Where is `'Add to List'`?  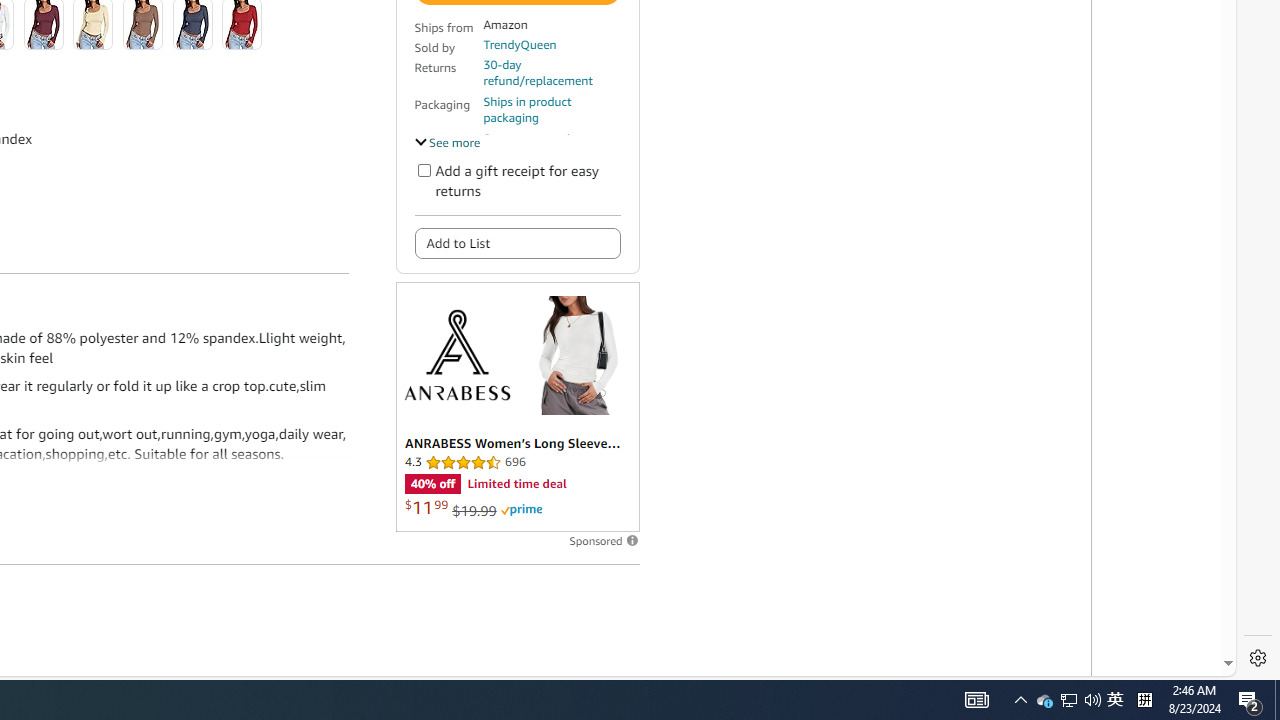 'Add to List' is located at coordinates (517, 242).